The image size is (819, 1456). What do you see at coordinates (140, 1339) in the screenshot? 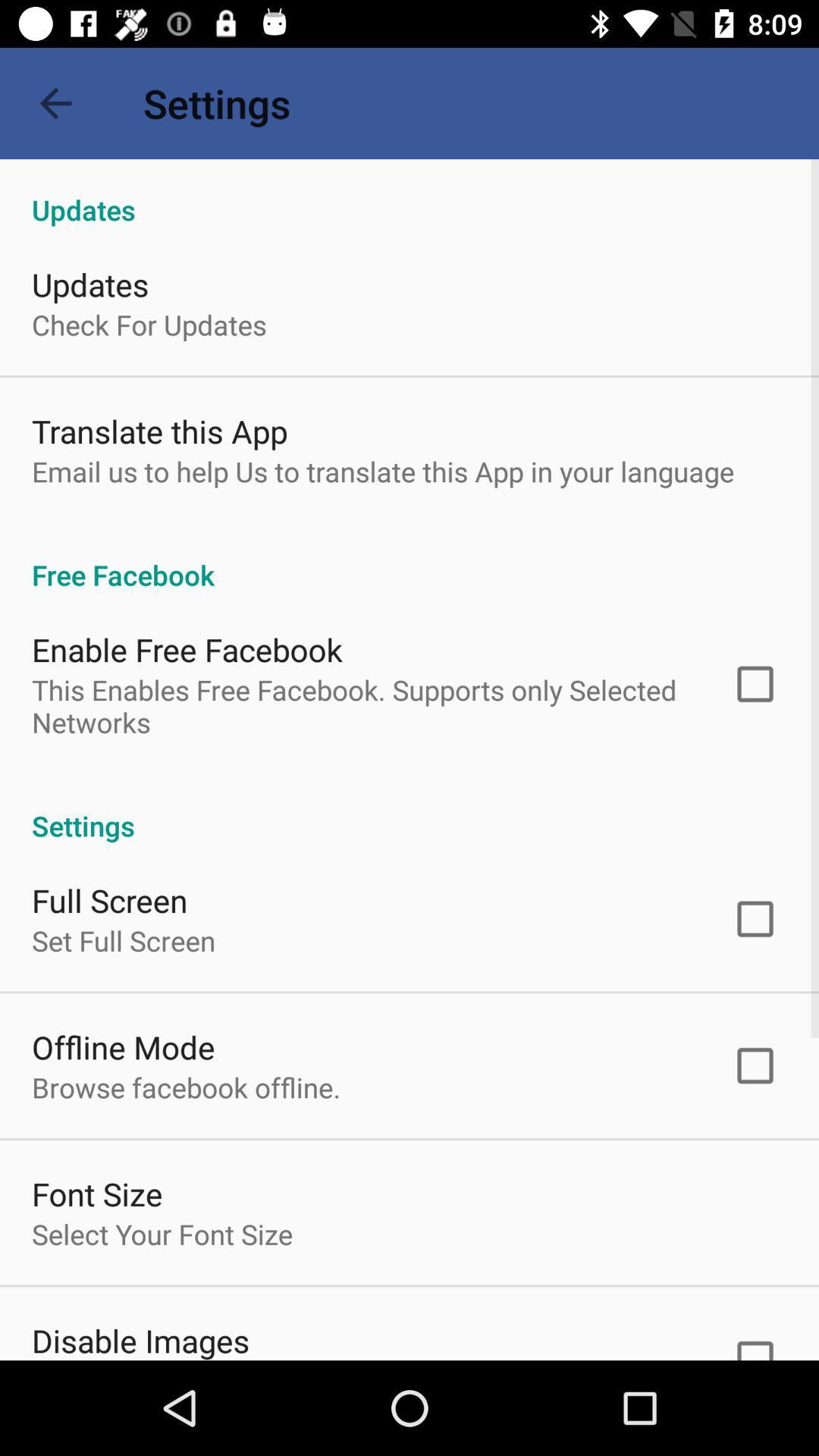
I see `disable images icon` at bounding box center [140, 1339].